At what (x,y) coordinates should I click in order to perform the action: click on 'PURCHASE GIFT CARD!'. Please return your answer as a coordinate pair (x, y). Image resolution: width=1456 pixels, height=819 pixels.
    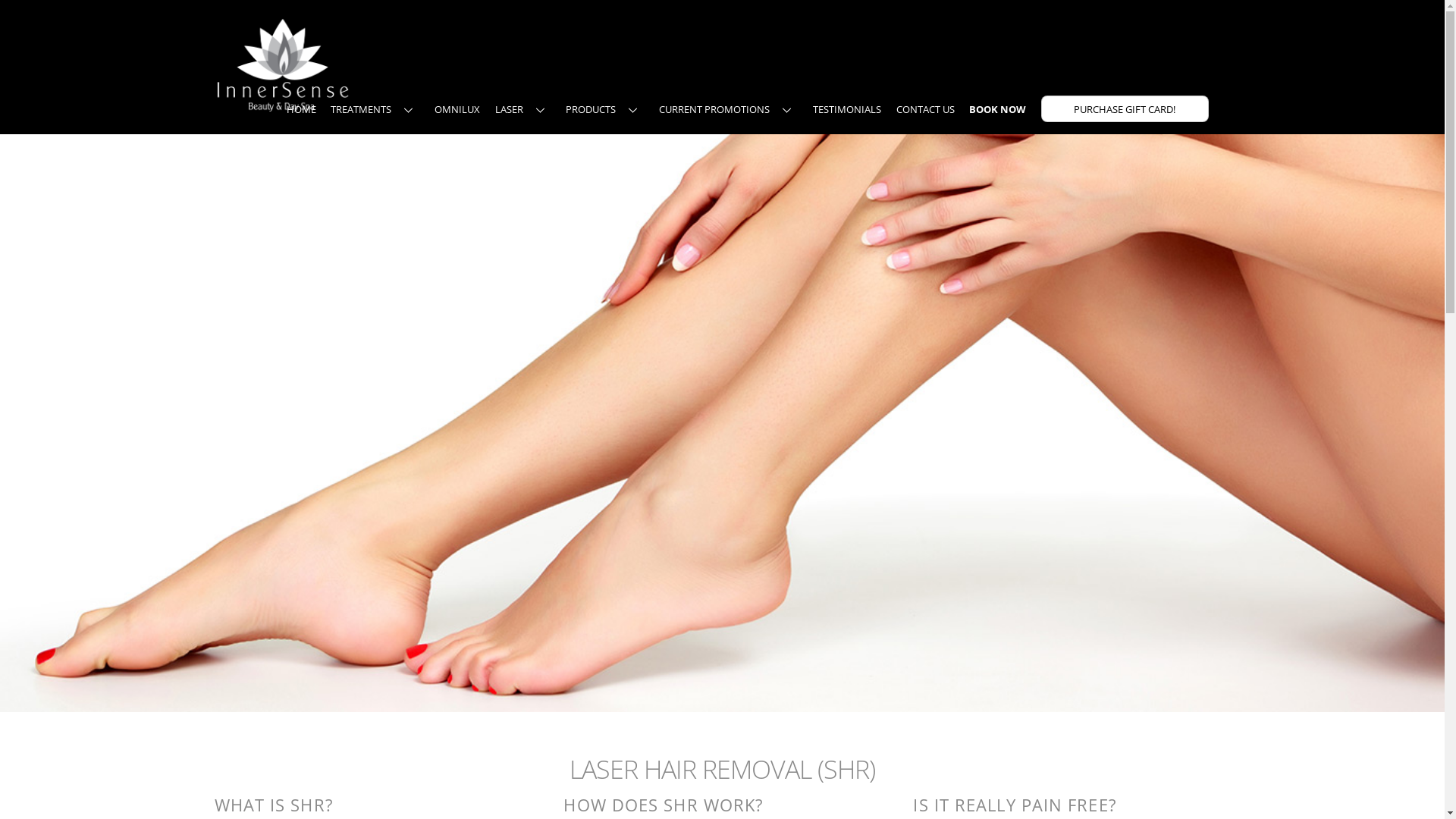
    Looking at the image, I should click on (1125, 108).